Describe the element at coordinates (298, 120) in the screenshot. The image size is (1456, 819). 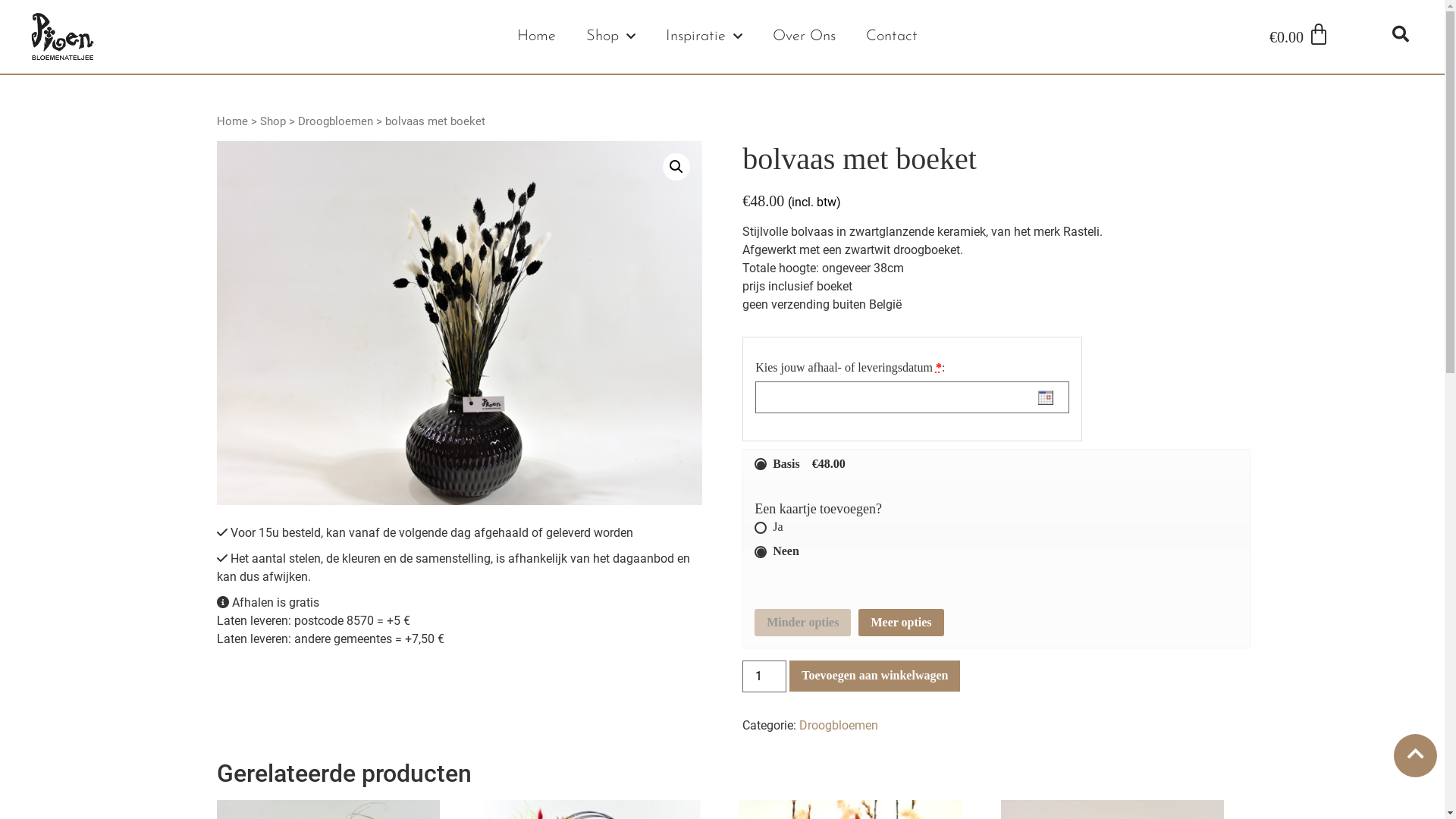
I see `'Droogbloemen'` at that location.